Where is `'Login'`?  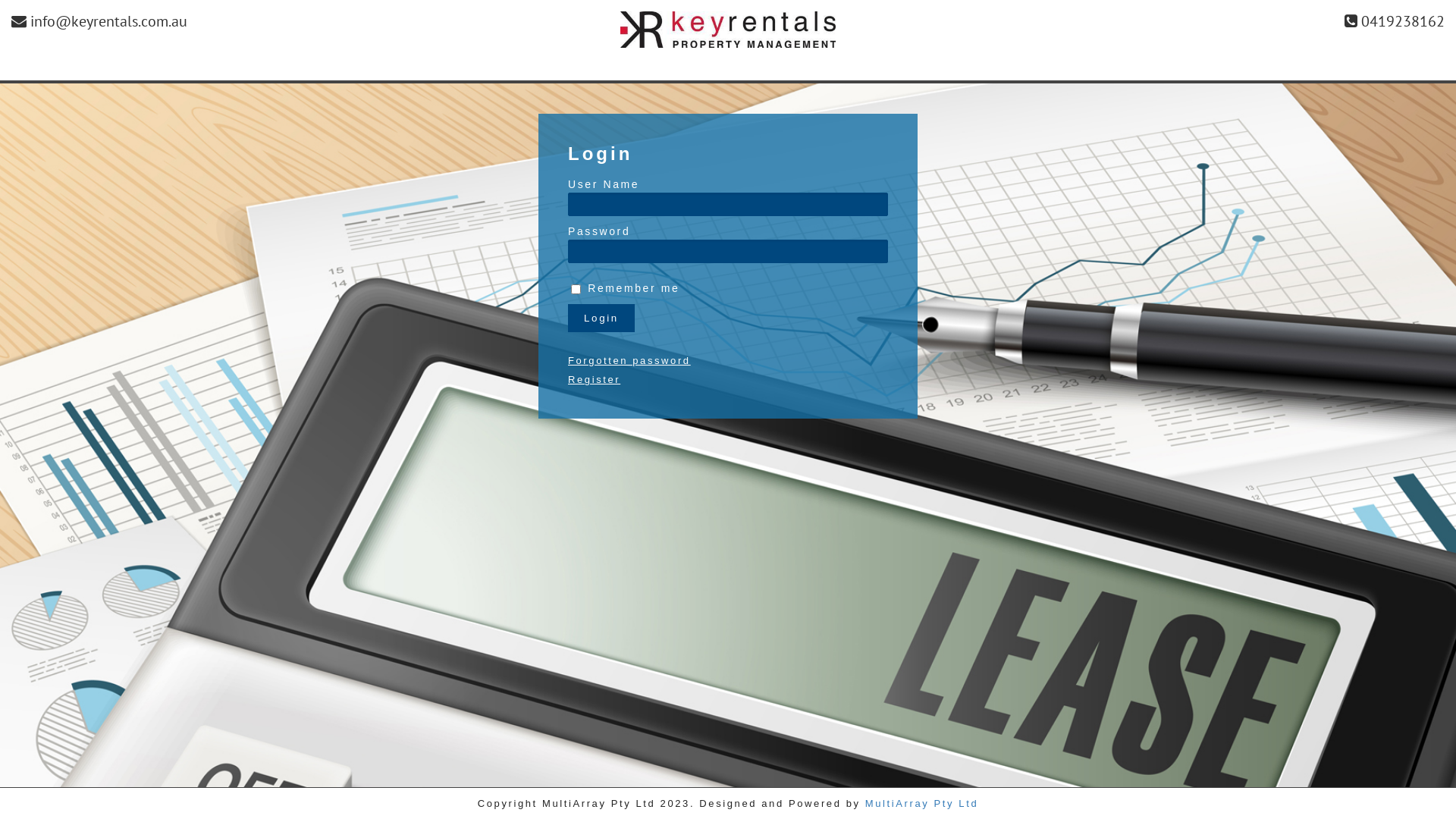
'Login' is located at coordinates (600, 317).